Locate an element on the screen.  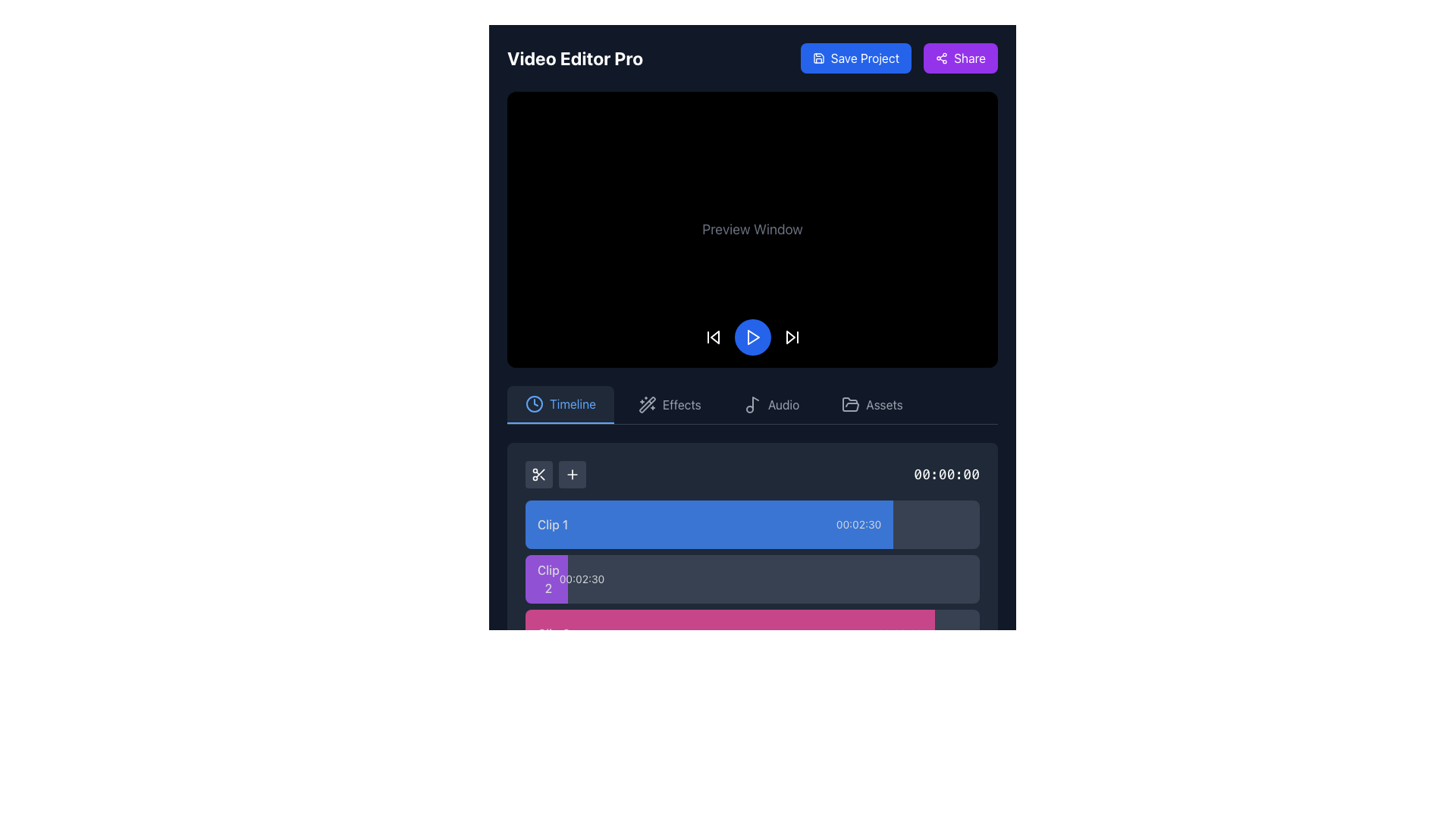
the text label in the top-right section of the horizontal navigation bar is located at coordinates (884, 403).